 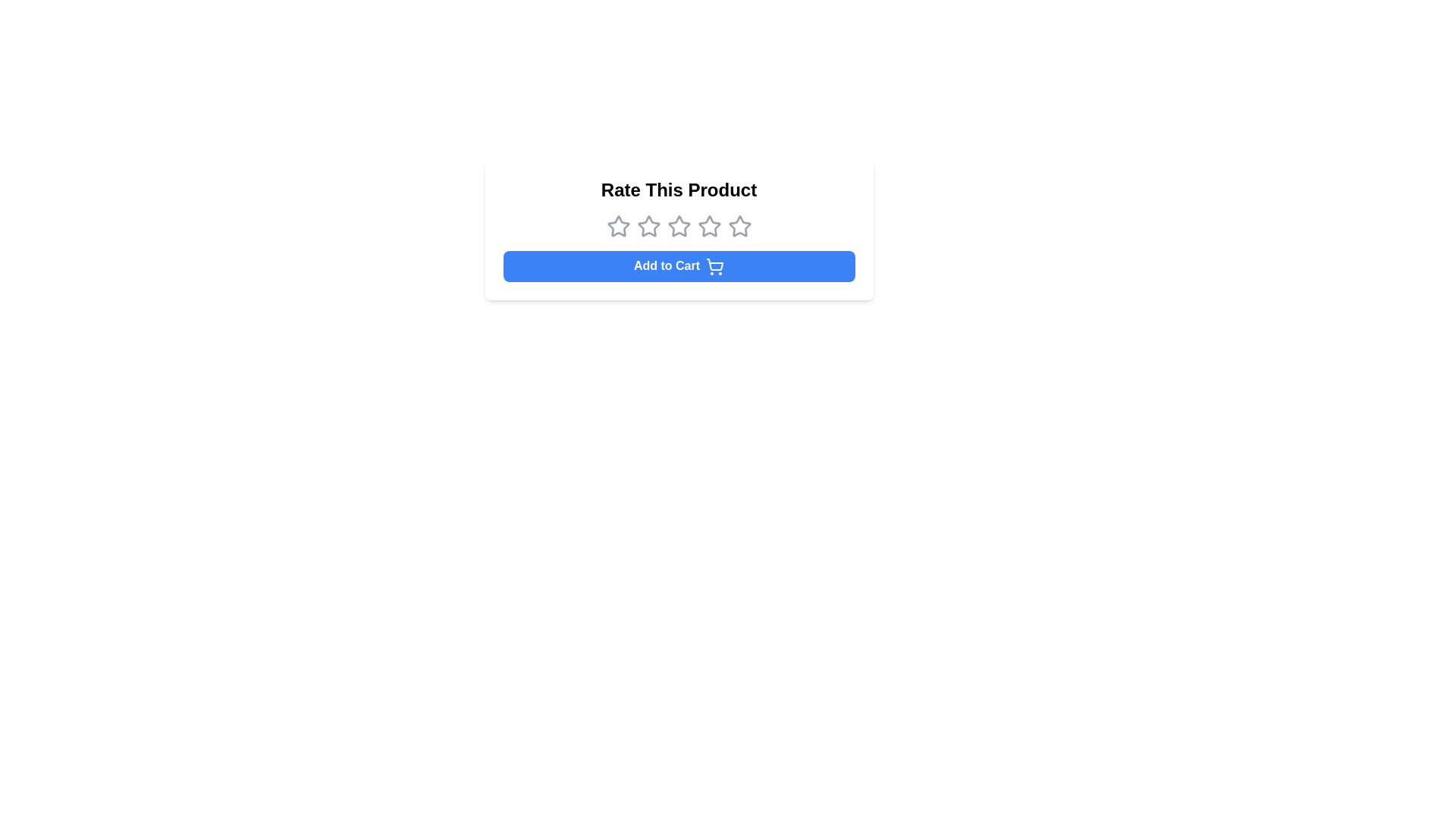 What do you see at coordinates (739, 226) in the screenshot?
I see `the fifth star icon in the rating component` at bounding box center [739, 226].